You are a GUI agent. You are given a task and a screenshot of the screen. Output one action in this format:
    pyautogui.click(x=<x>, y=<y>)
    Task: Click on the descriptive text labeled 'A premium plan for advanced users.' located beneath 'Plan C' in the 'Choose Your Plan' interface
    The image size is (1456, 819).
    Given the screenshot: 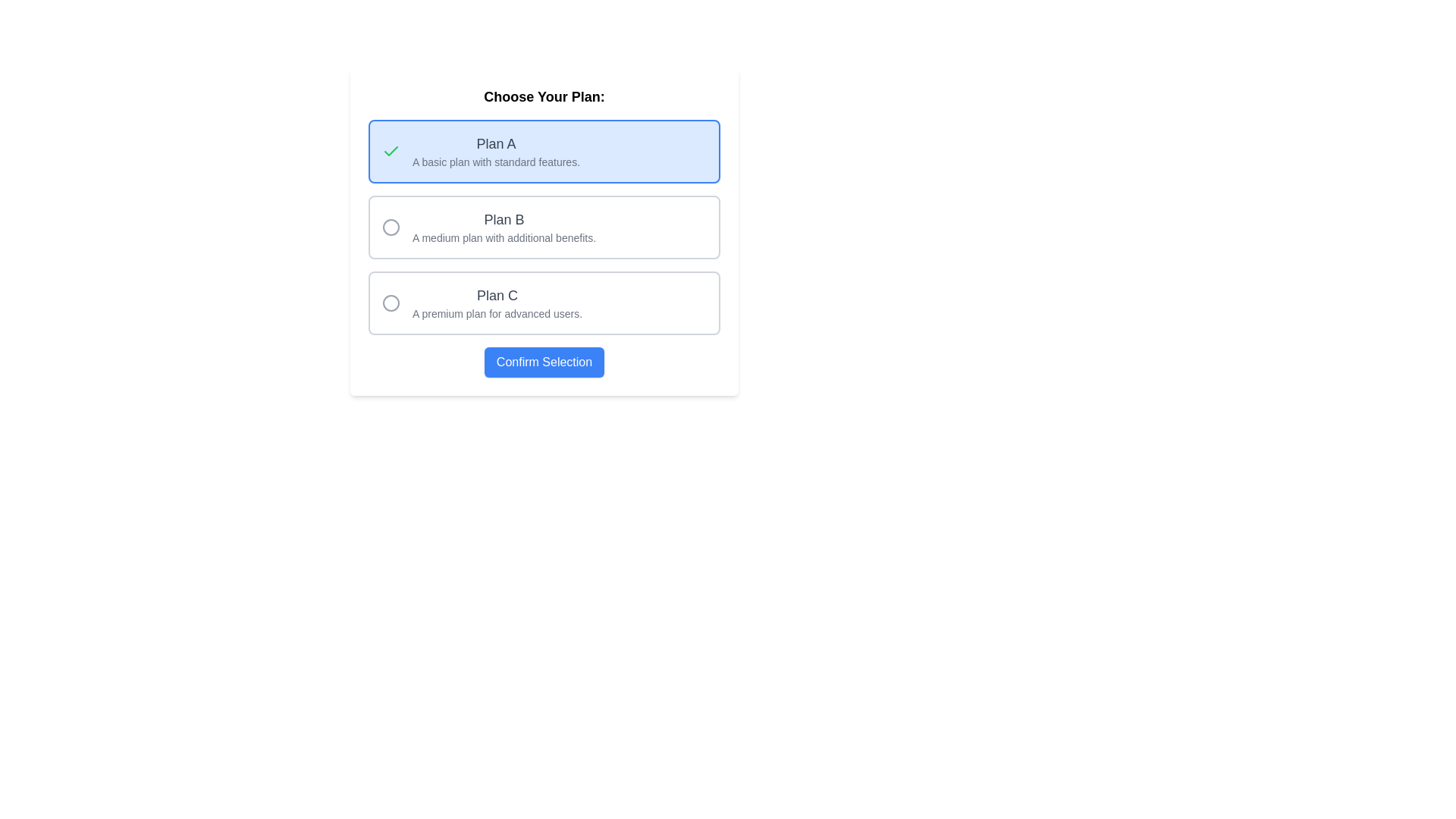 What is the action you would take?
    pyautogui.click(x=497, y=312)
    